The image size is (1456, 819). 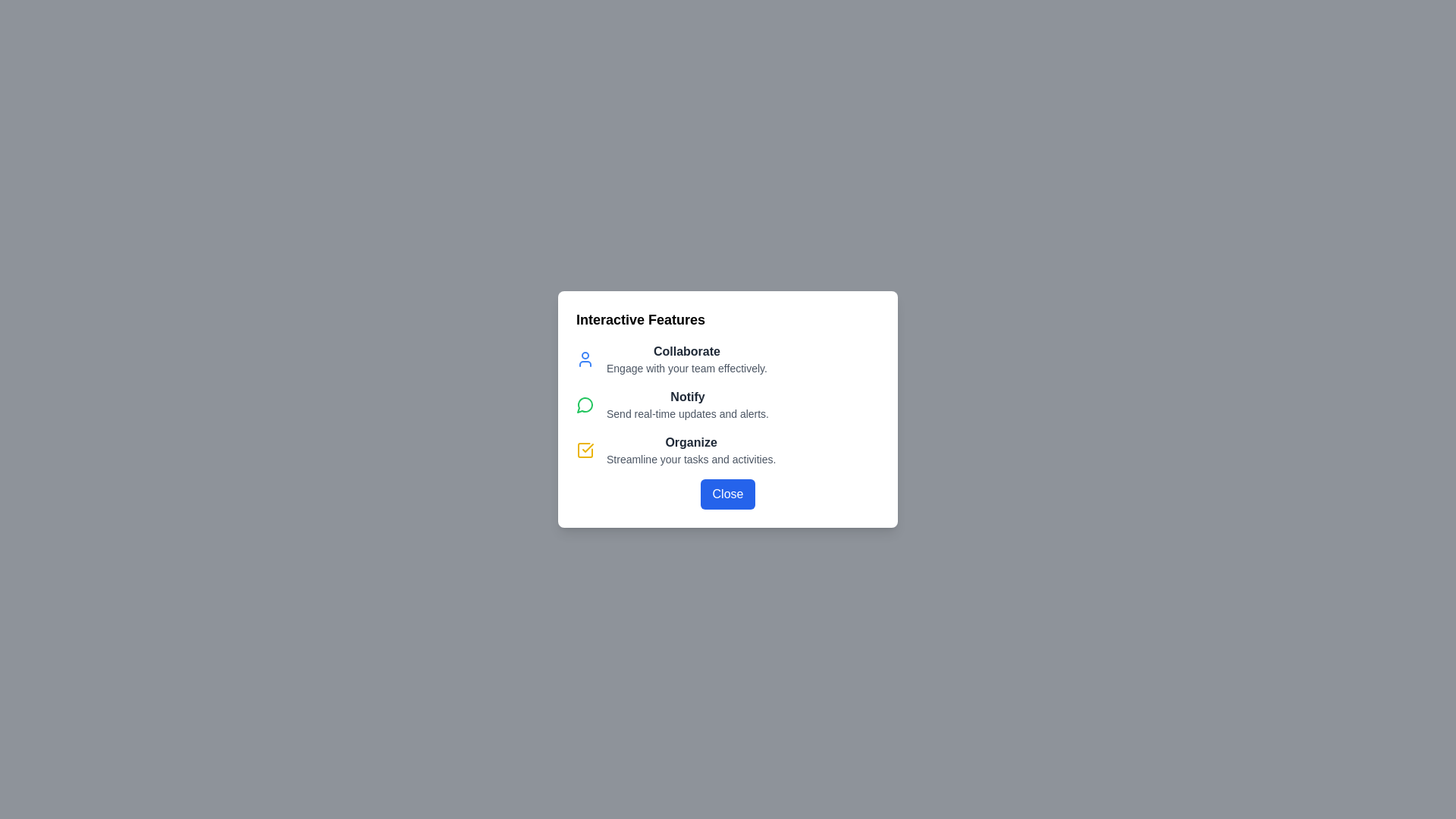 I want to click on the feature Organize to explore its content, so click(x=585, y=450).